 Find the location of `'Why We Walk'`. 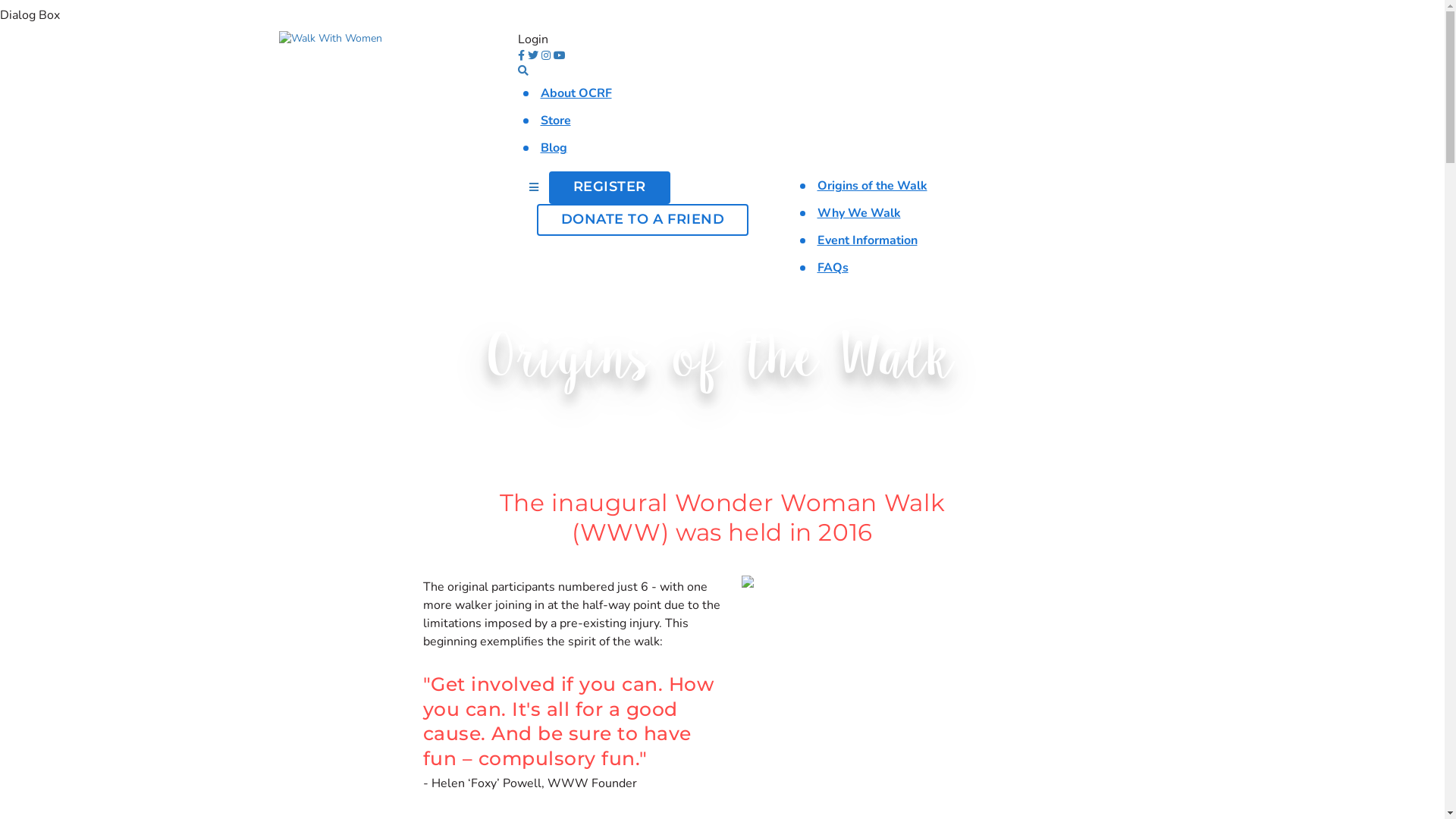

'Why We Walk' is located at coordinates (817, 213).